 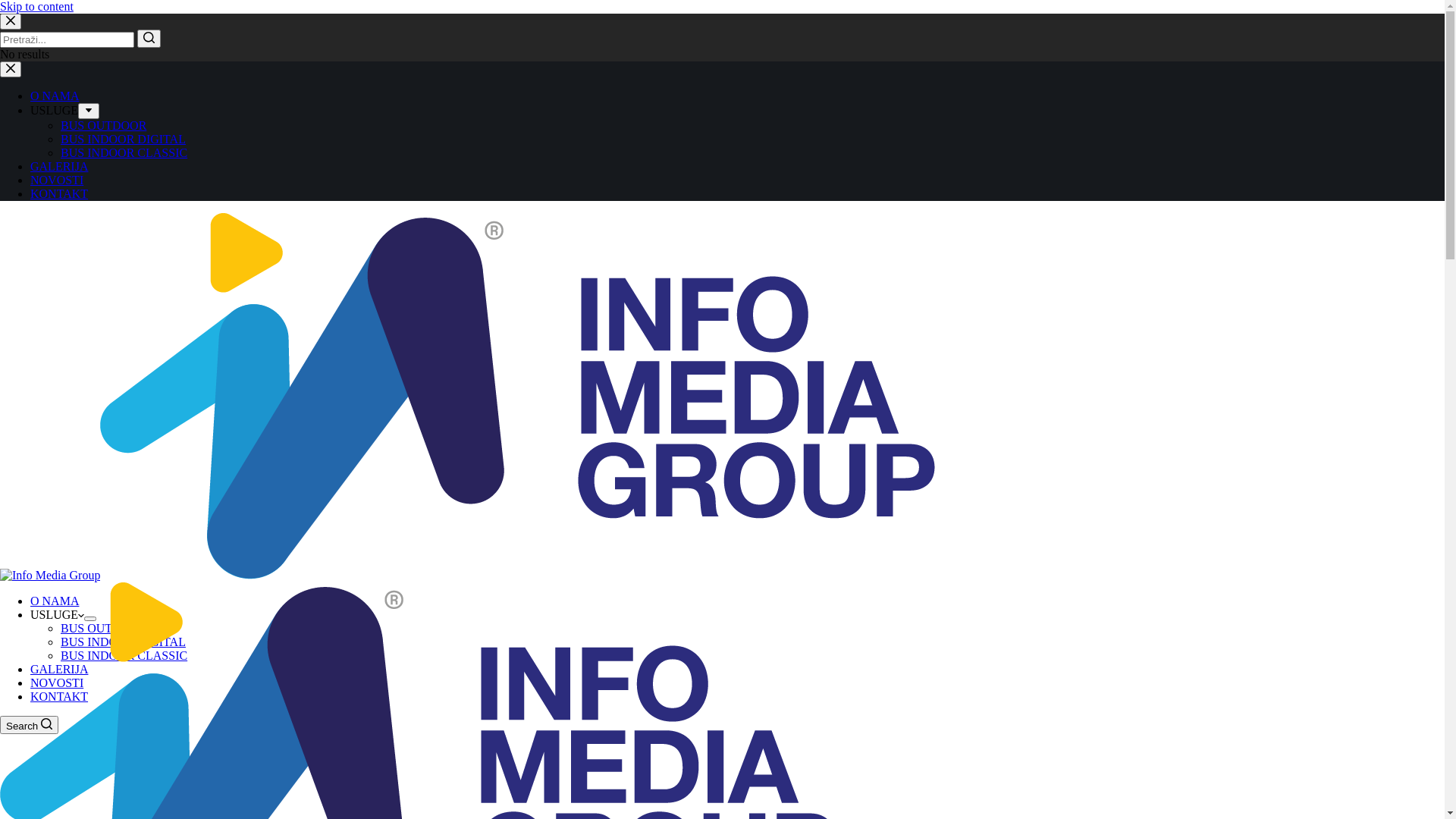 I want to click on 'USLUGE', so click(x=54, y=109).